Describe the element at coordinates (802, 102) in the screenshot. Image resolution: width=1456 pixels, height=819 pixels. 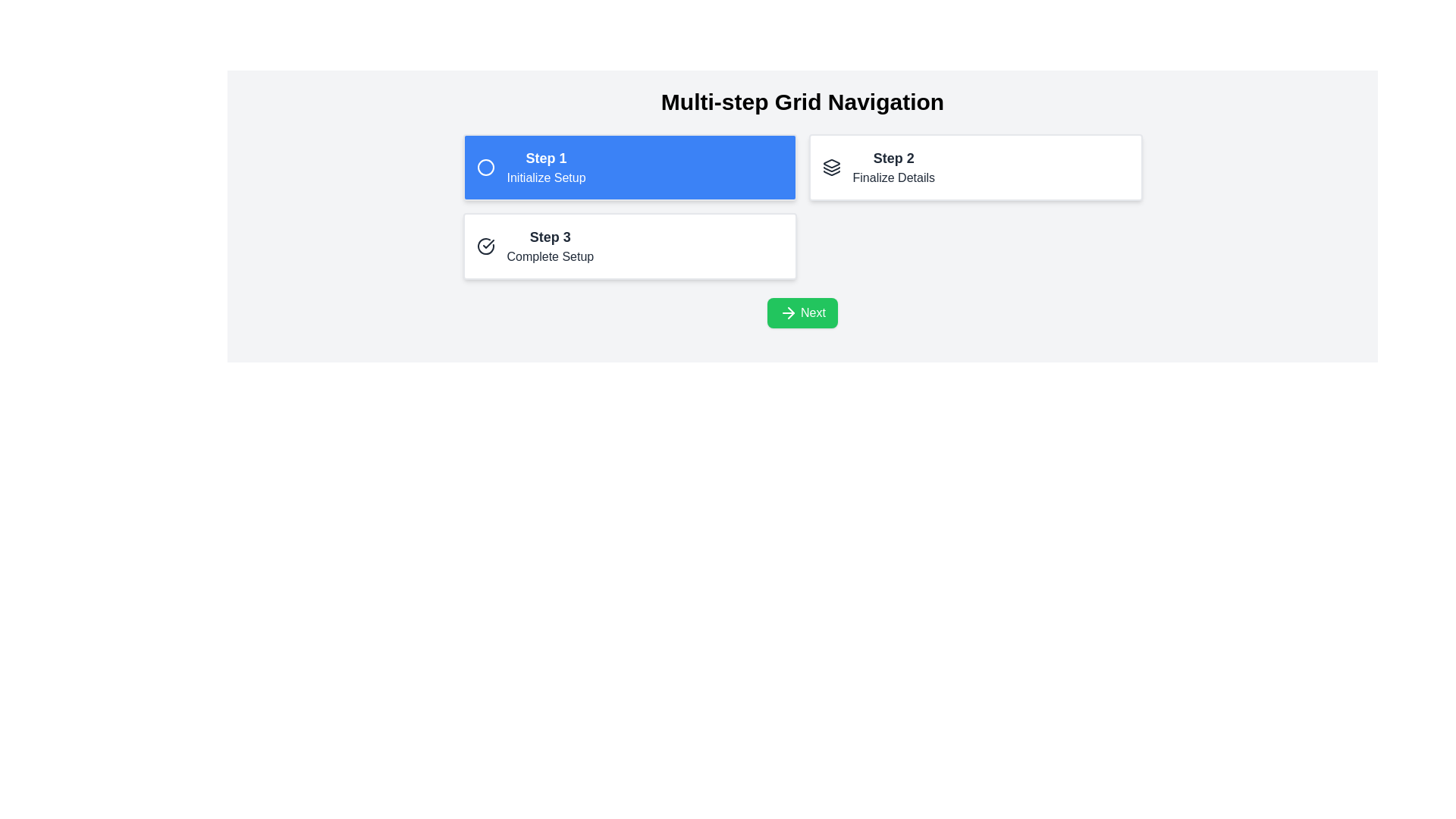
I see `the prominently displayed text label that reads 'Multi-step Grid Navigation', which is styled in a large, bold, sans-serif font and located near the top center of the interface` at that location.